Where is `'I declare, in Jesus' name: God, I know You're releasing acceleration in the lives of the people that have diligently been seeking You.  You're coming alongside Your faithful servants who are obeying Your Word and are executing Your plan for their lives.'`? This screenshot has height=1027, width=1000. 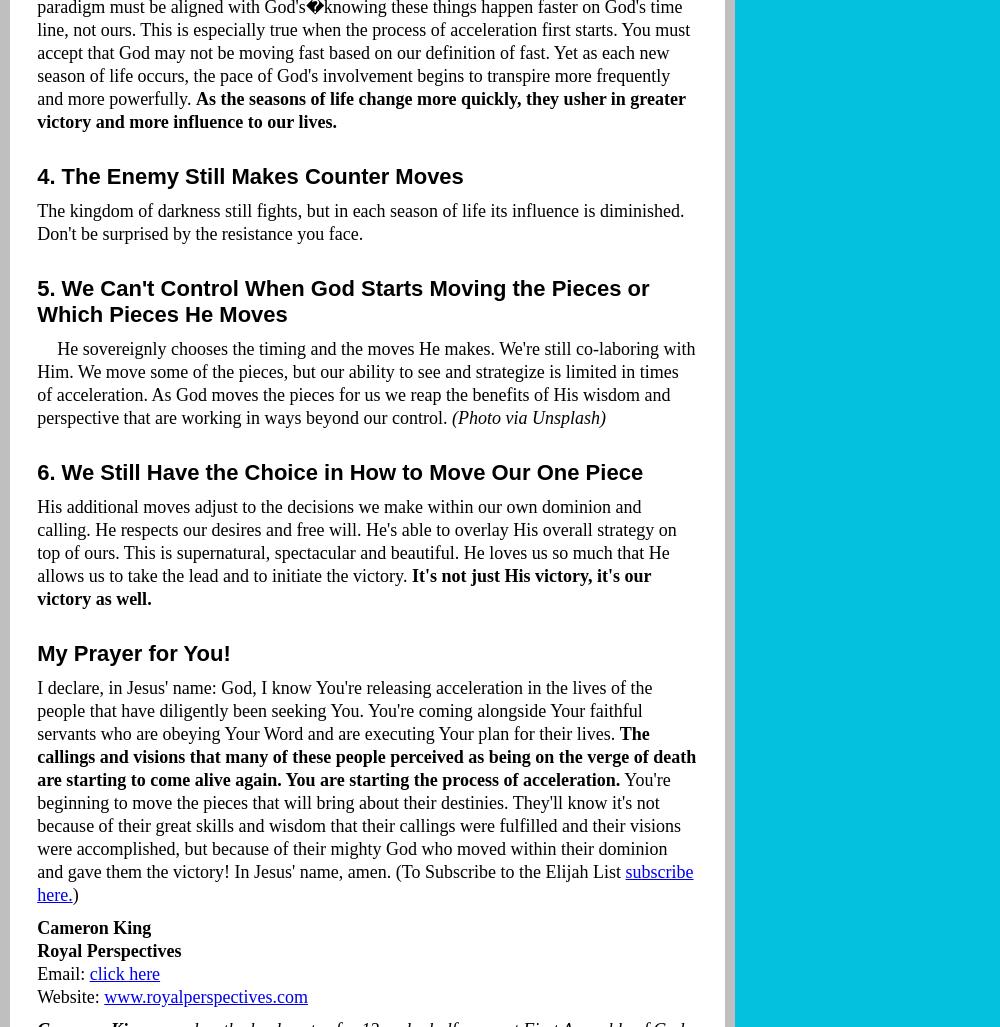
'I declare, in Jesus' name: God, I know You're releasing acceleration in the lives of the people that have diligently been seeking You.  You're coming alongside Your faithful servants who are obeying Your Word and are executing Your plan for their lives.' is located at coordinates (37, 710).